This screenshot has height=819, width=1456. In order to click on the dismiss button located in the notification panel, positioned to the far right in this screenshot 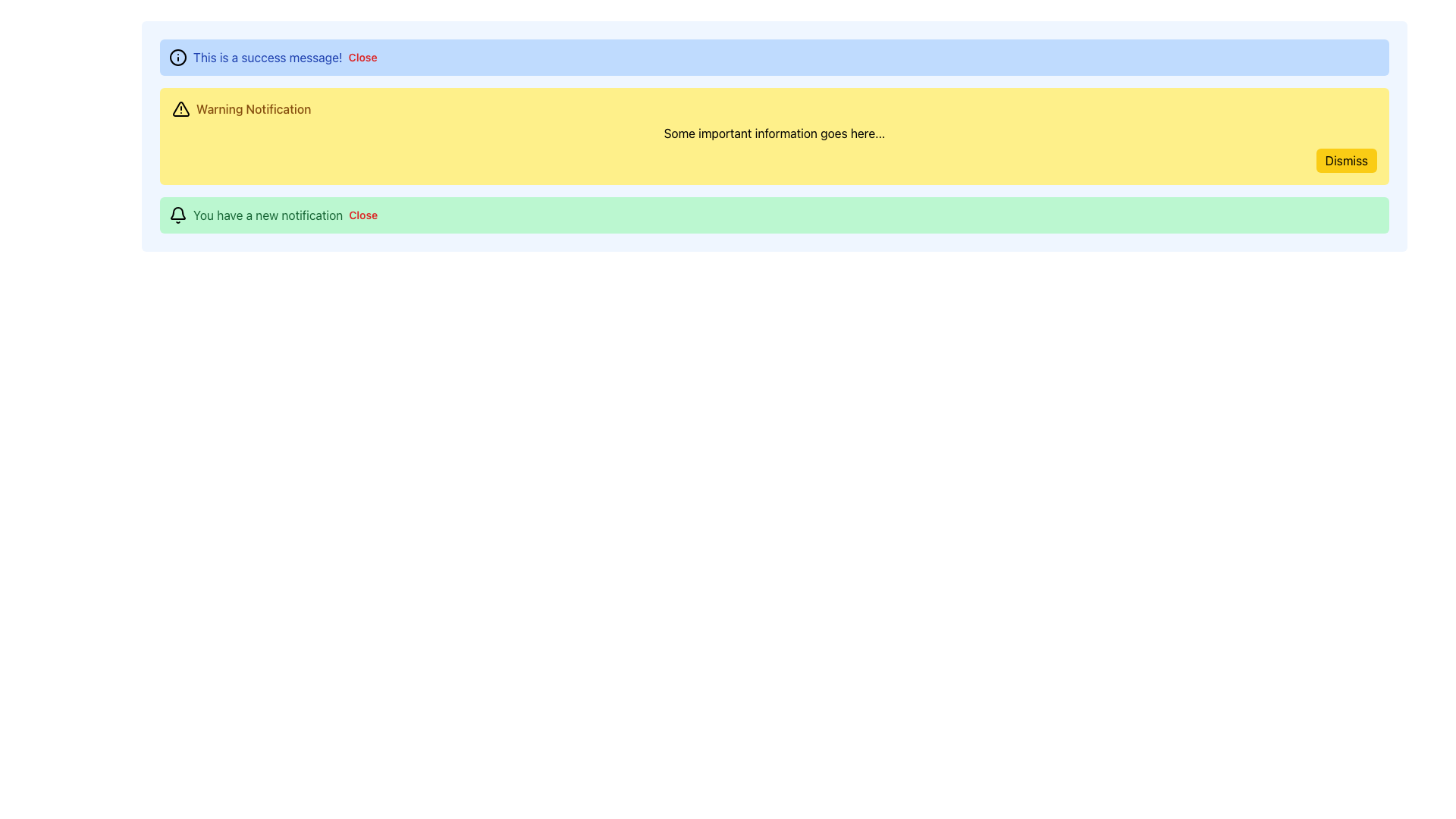, I will do `click(362, 57)`.